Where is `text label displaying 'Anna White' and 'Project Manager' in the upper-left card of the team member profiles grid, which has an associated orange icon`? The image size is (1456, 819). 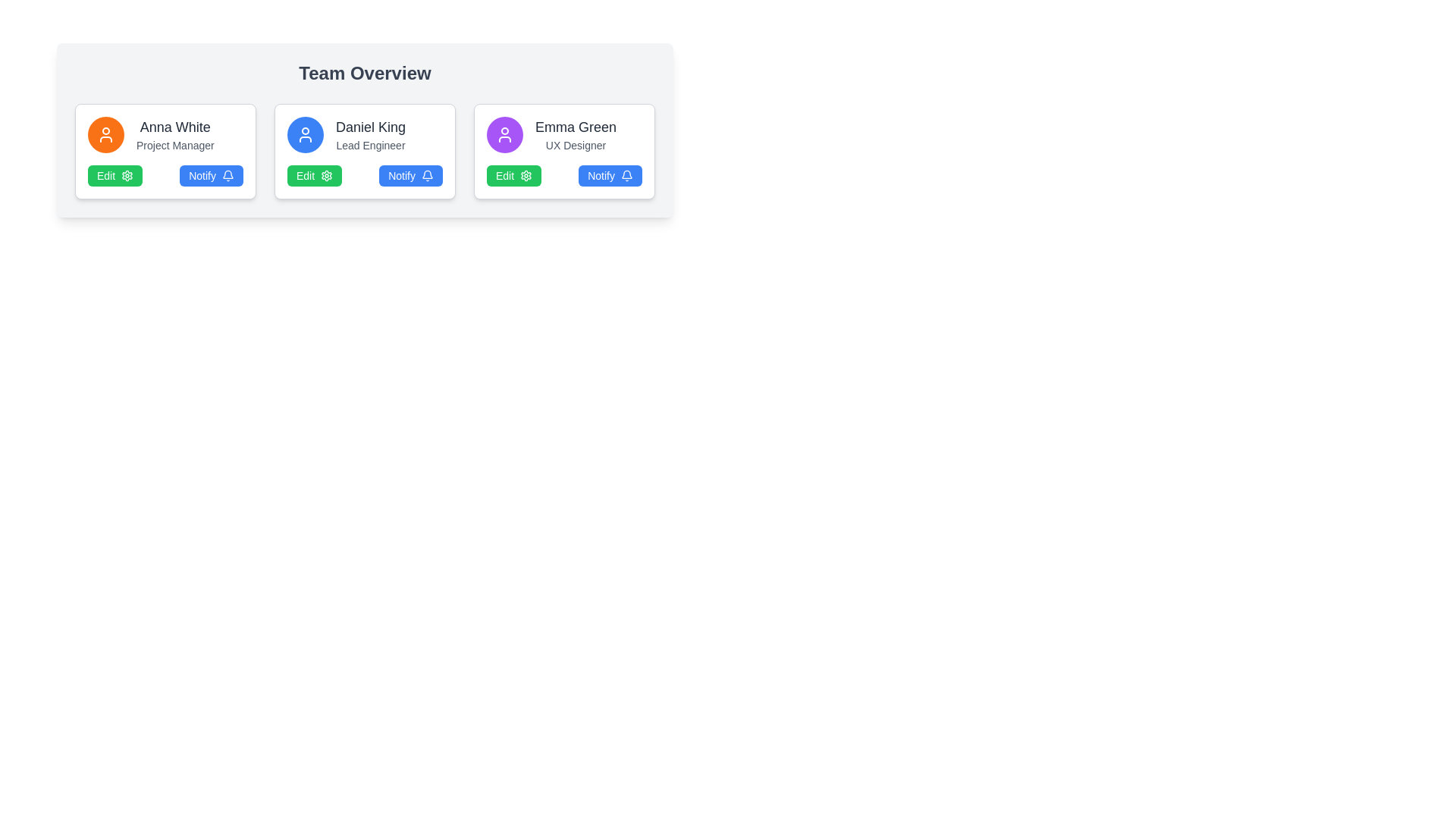
text label displaying 'Anna White' and 'Project Manager' in the upper-left card of the team member profiles grid, which has an associated orange icon is located at coordinates (165, 133).